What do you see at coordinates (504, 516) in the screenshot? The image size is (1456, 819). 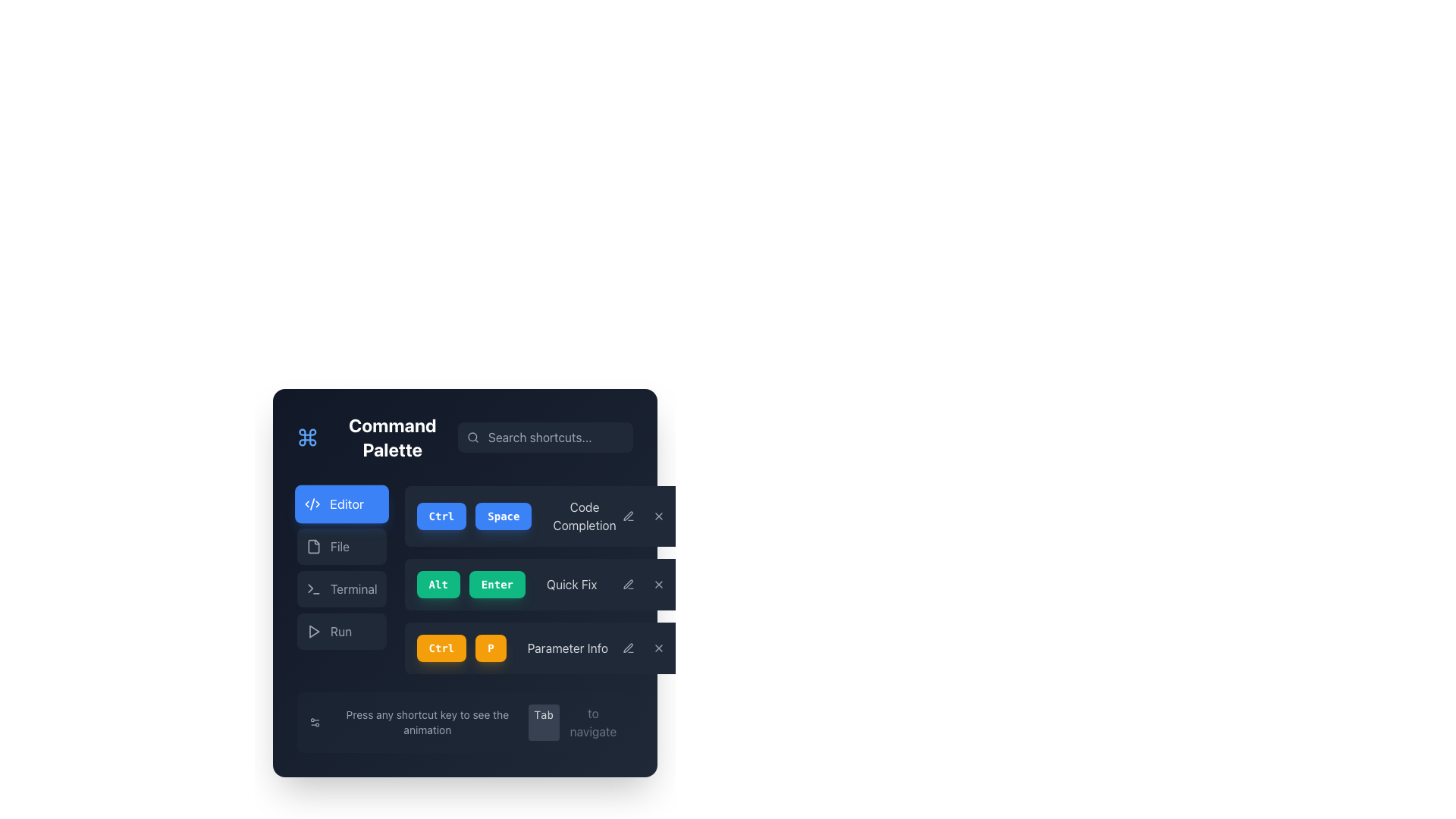 I see `the rounded blue 'Space' button, which features white bold monospaced text and is positioned centrally between 'Ctrl' and 'Code Completion' in the command palette interface` at bounding box center [504, 516].